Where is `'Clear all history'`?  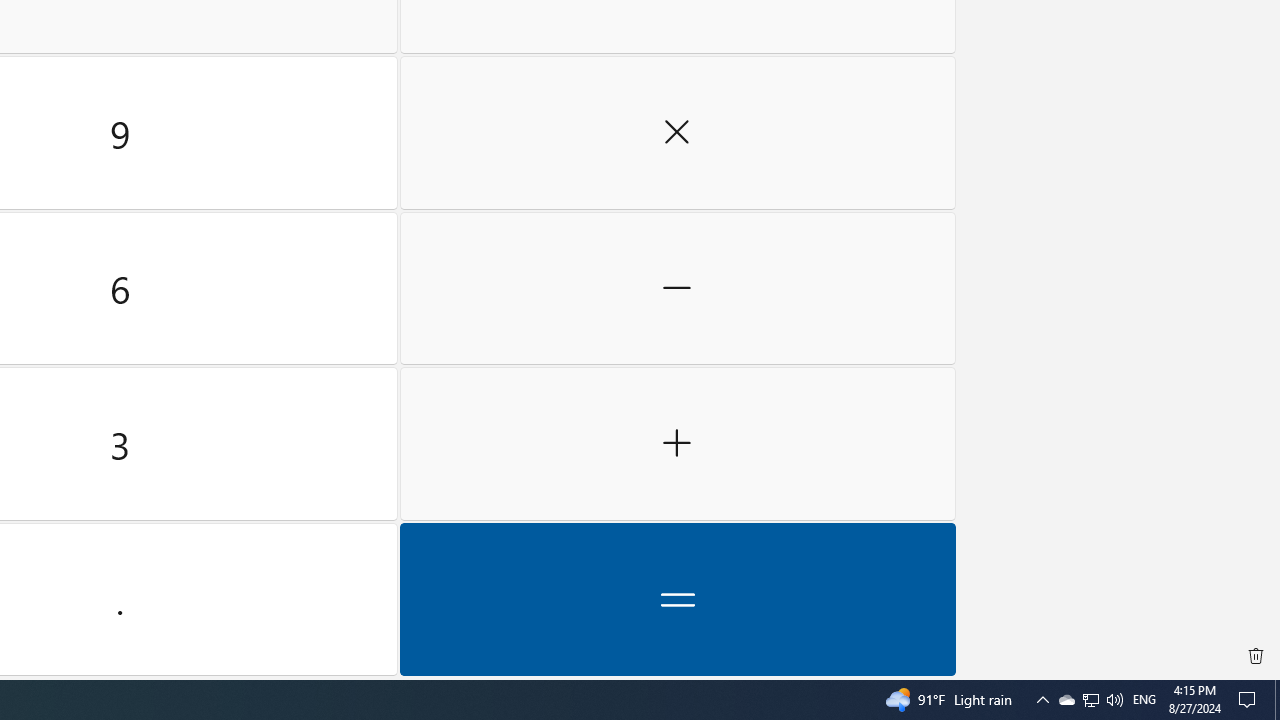
'Clear all history' is located at coordinates (1255, 655).